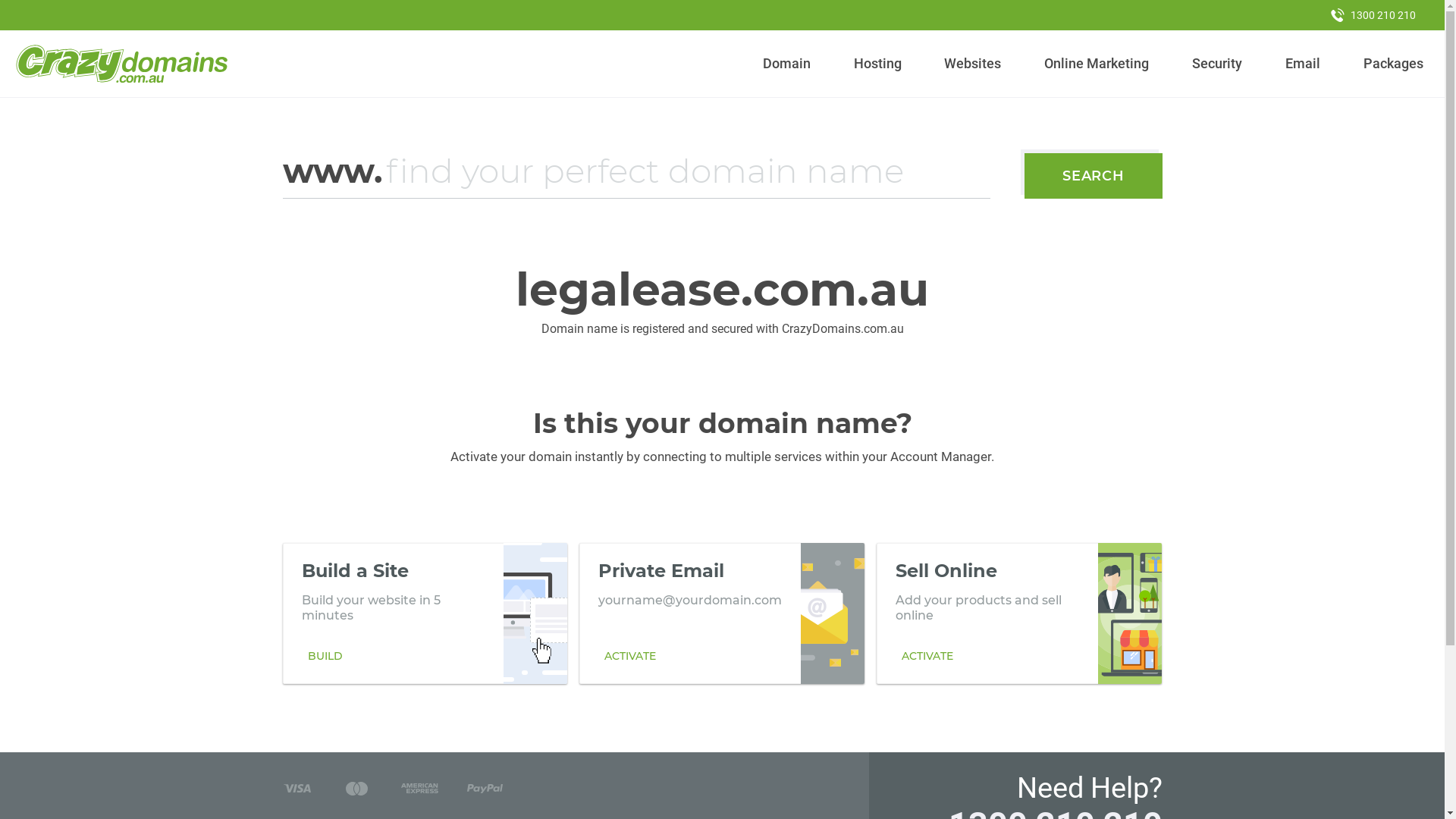 The width and height of the screenshot is (1456, 819). What do you see at coordinates (1393, 63) in the screenshot?
I see `'Packages'` at bounding box center [1393, 63].